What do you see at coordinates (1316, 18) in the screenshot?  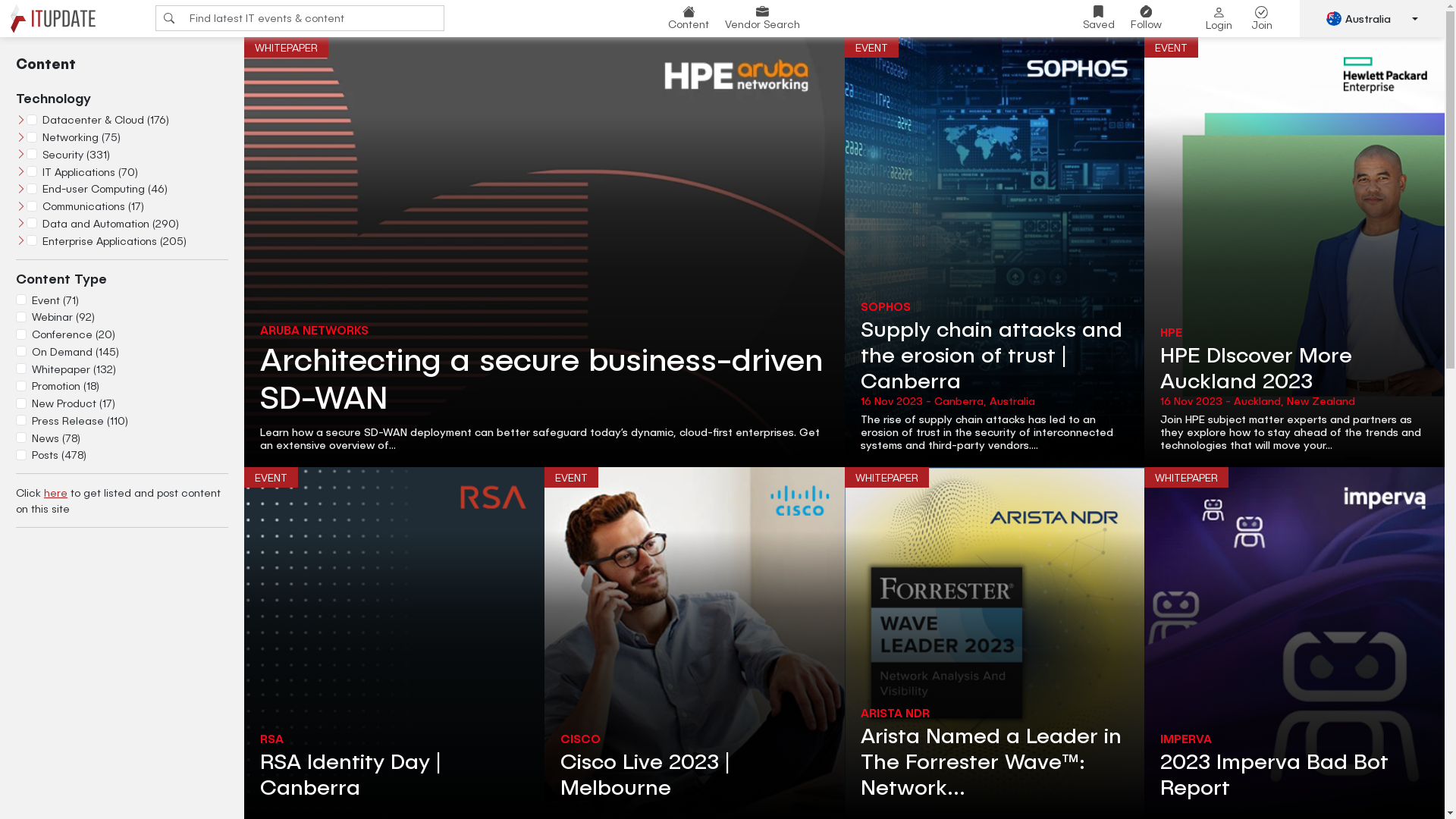 I see `'Australia'` at bounding box center [1316, 18].